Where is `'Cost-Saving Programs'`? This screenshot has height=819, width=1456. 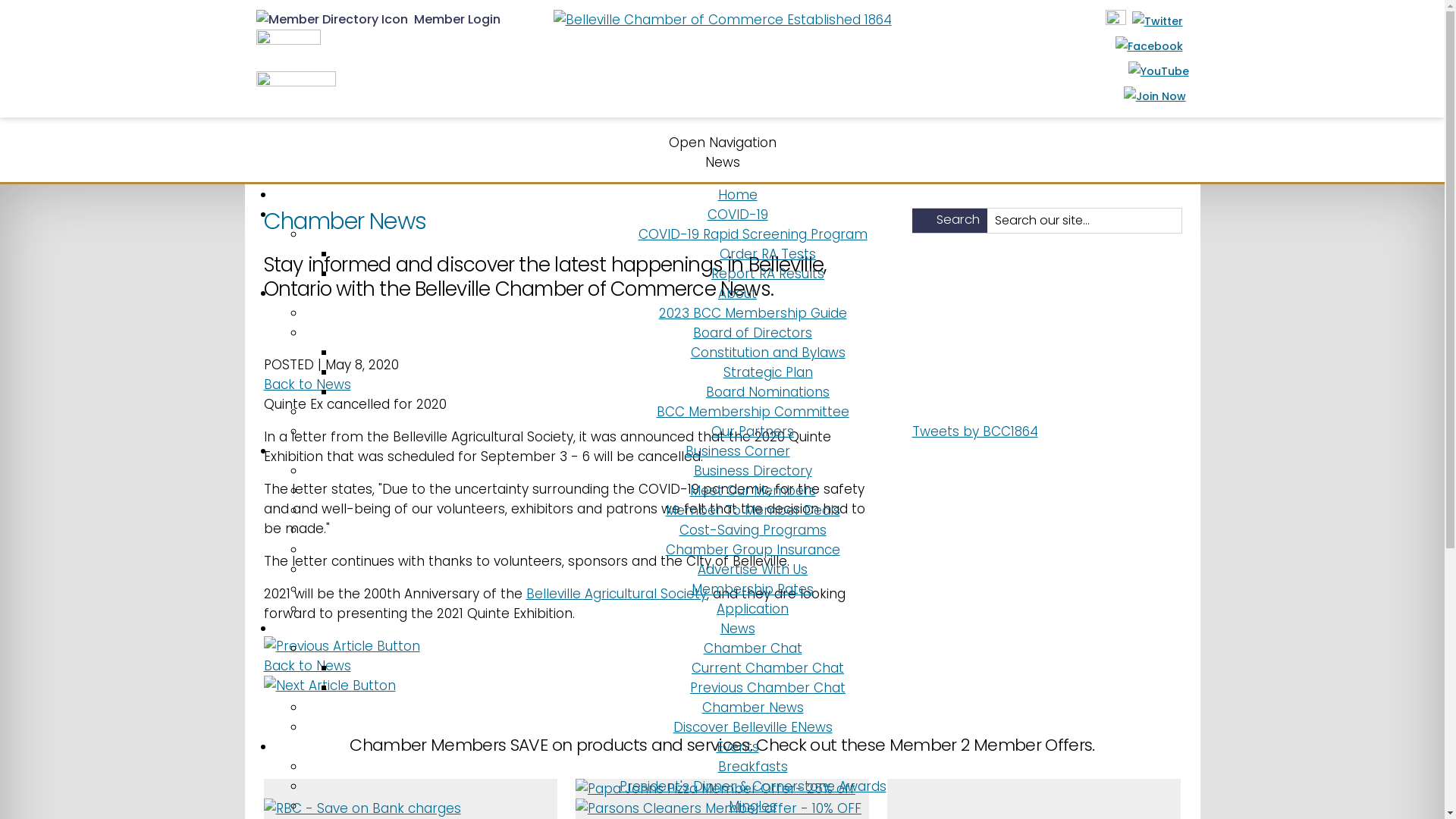 'Cost-Saving Programs' is located at coordinates (753, 529).